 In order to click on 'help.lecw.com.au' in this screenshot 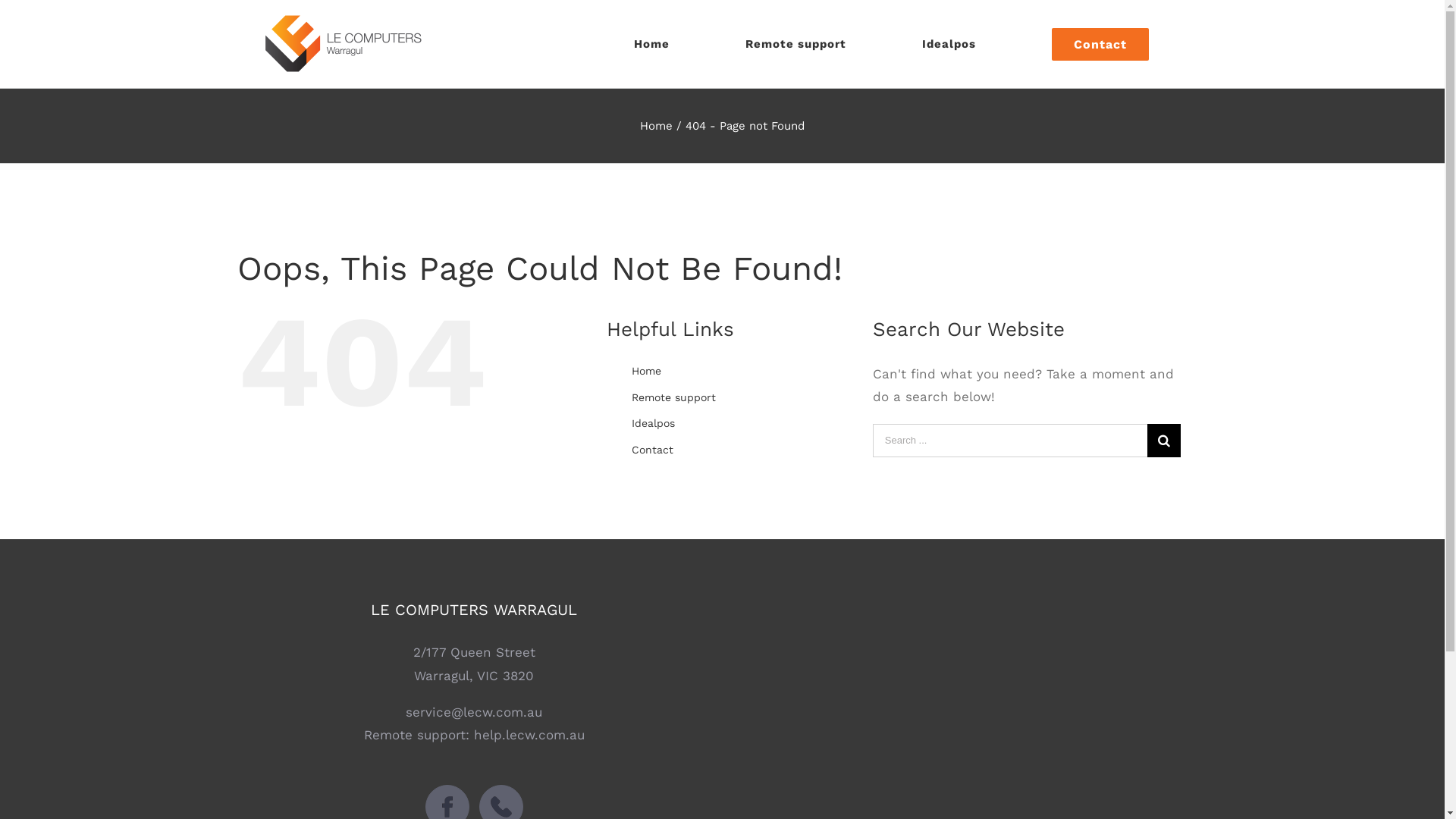, I will do `click(528, 733)`.